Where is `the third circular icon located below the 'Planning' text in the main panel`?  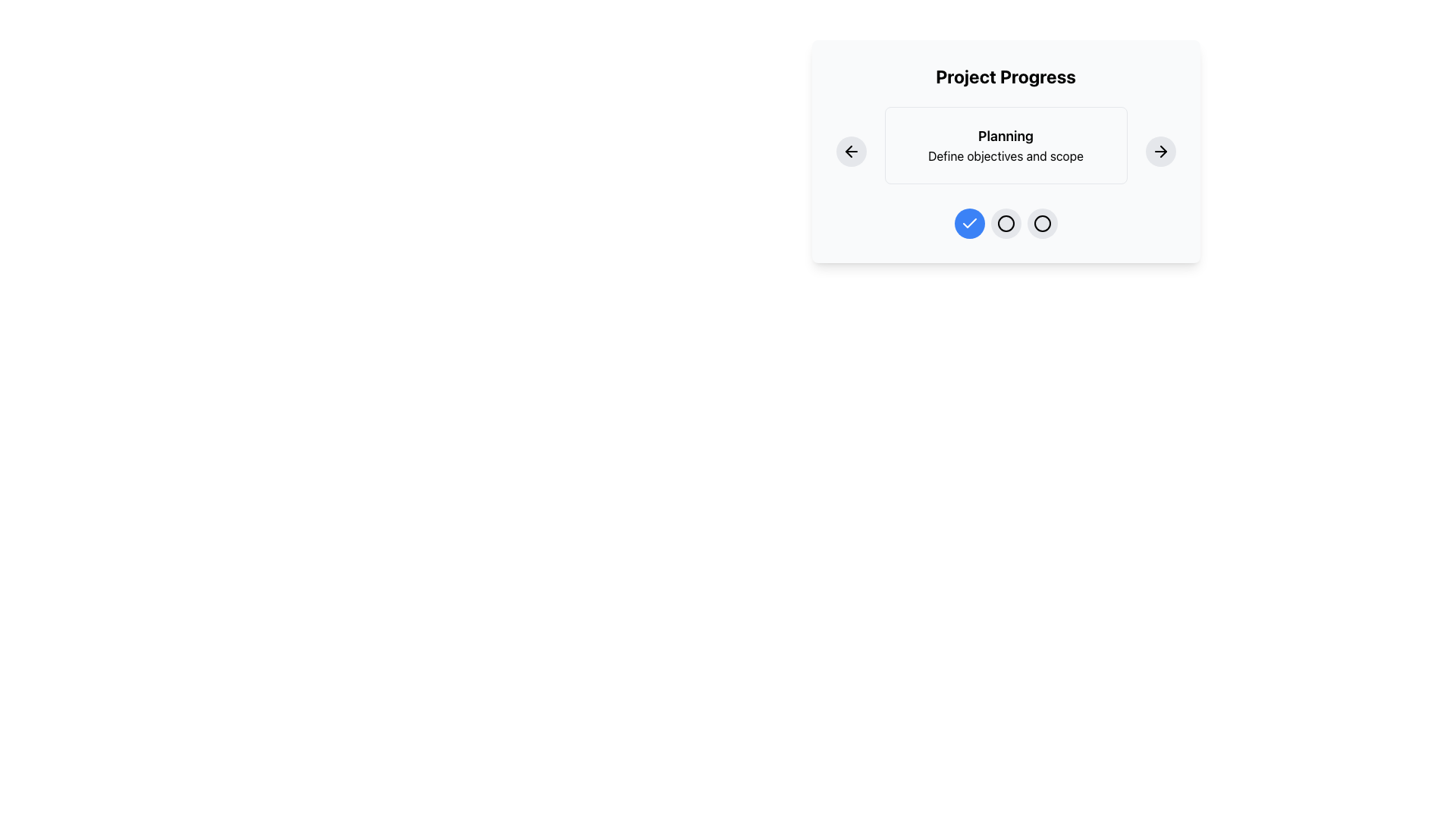
the third circular icon located below the 'Planning' text in the main panel is located at coordinates (1041, 223).